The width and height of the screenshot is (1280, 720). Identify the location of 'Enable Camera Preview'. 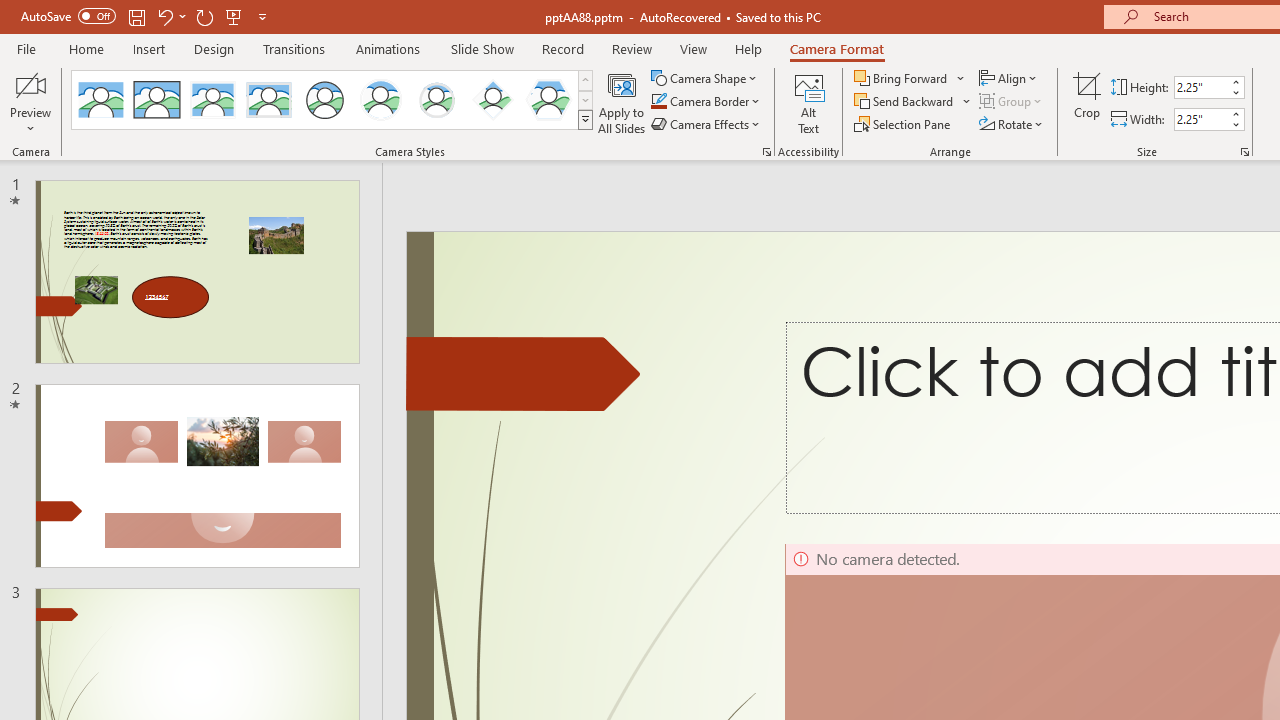
(30, 84).